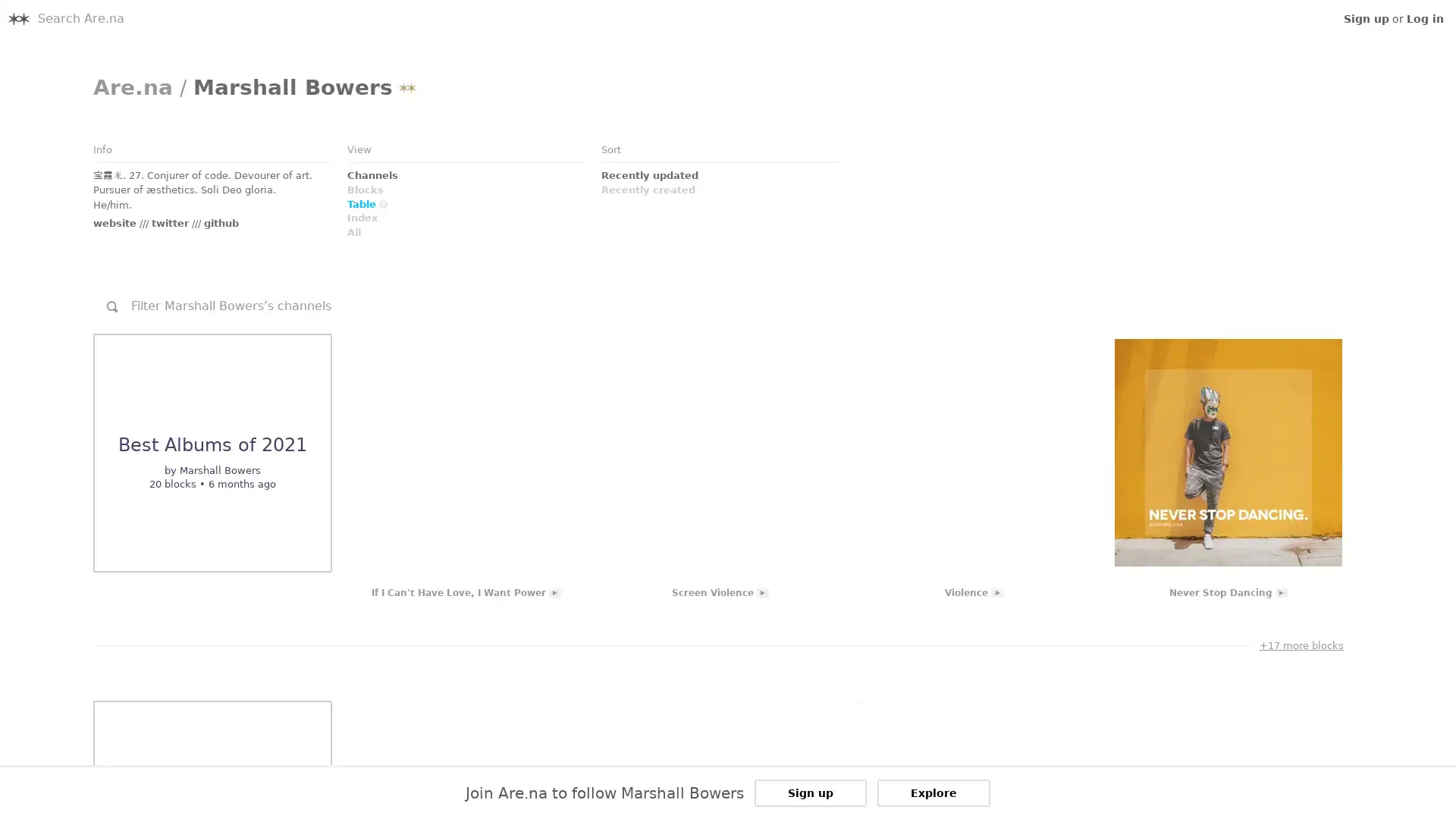 The height and width of the screenshot is (819, 1456). I want to click on Link to Embed: Never Stop Dancing, so click(1228, 451).